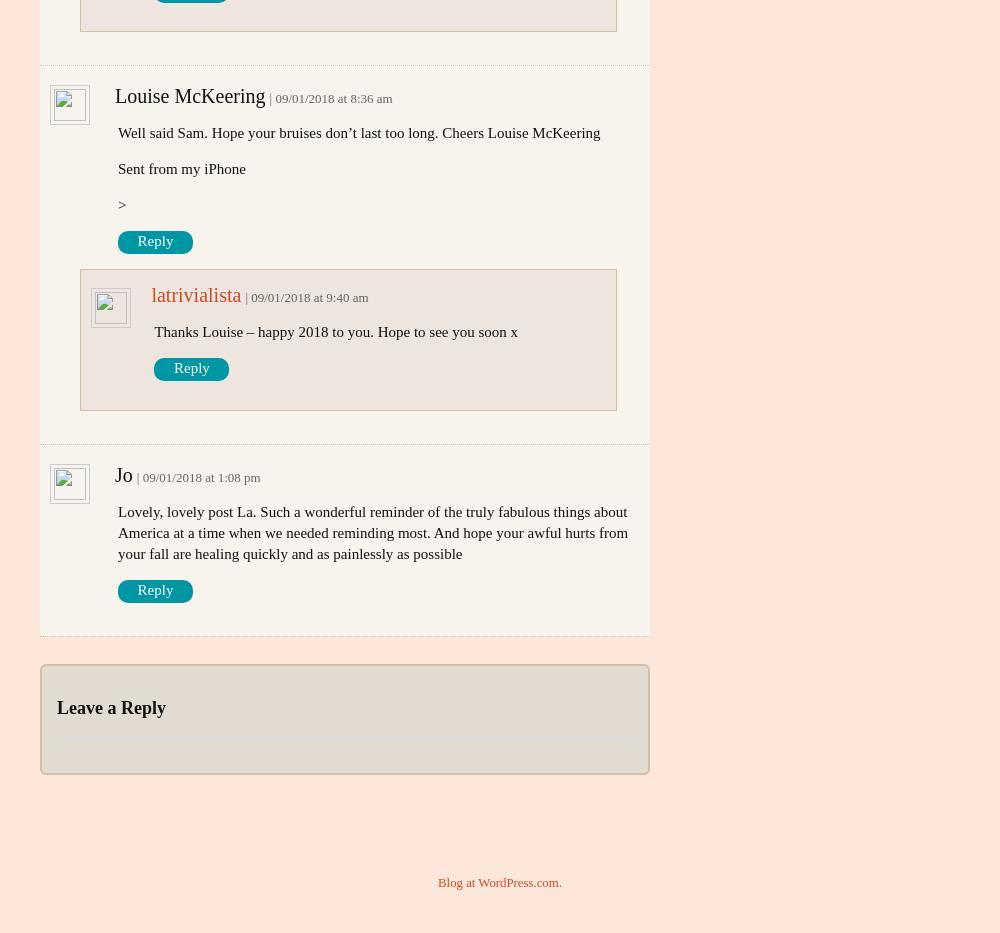 The width and height of the screenshot is (1000, 933). Describe the element at coordinates (121, 204) in the screenshot. I see `'>'` at that location.